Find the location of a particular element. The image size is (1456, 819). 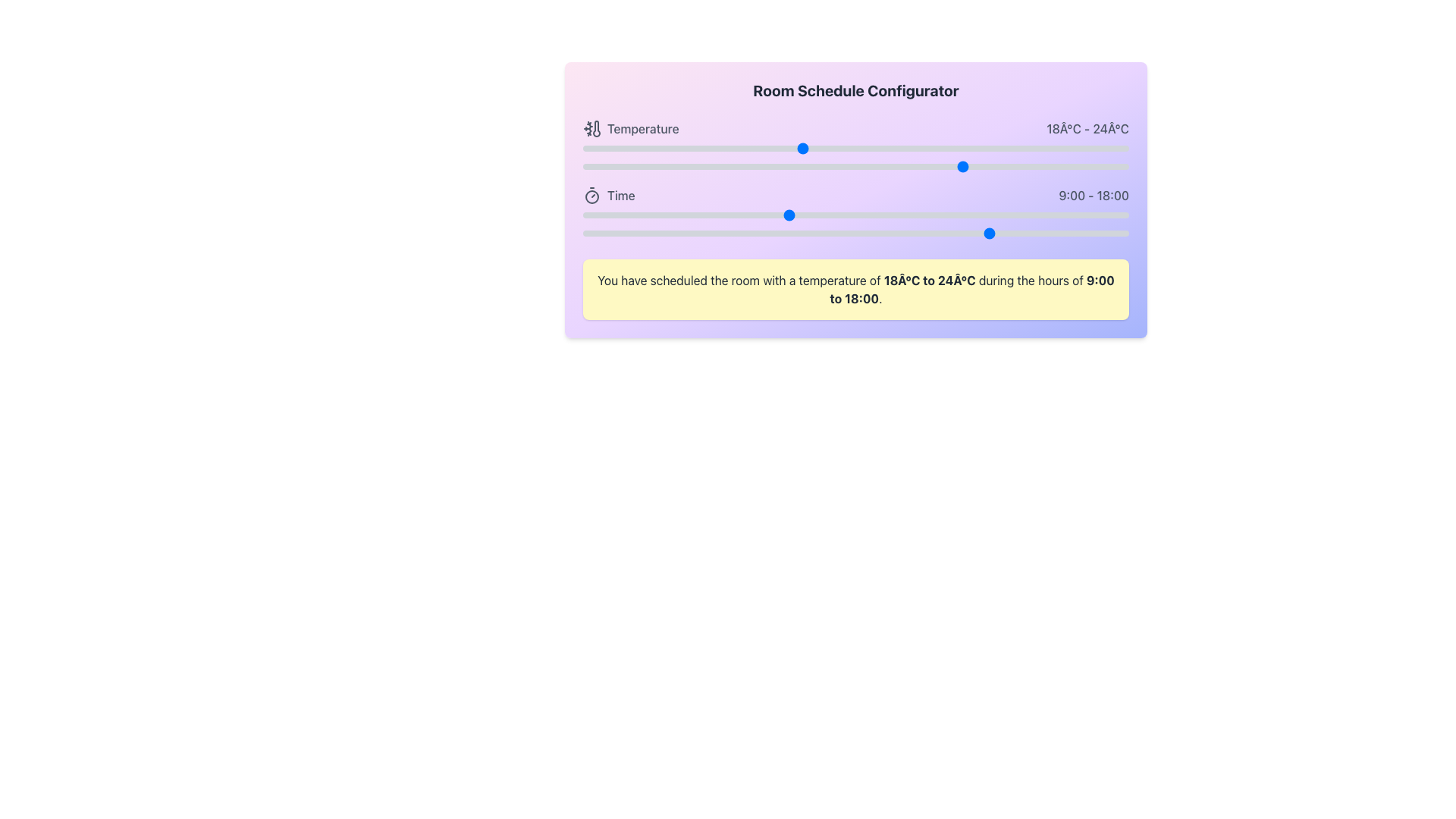

the time is located at coordinates (787, 215).